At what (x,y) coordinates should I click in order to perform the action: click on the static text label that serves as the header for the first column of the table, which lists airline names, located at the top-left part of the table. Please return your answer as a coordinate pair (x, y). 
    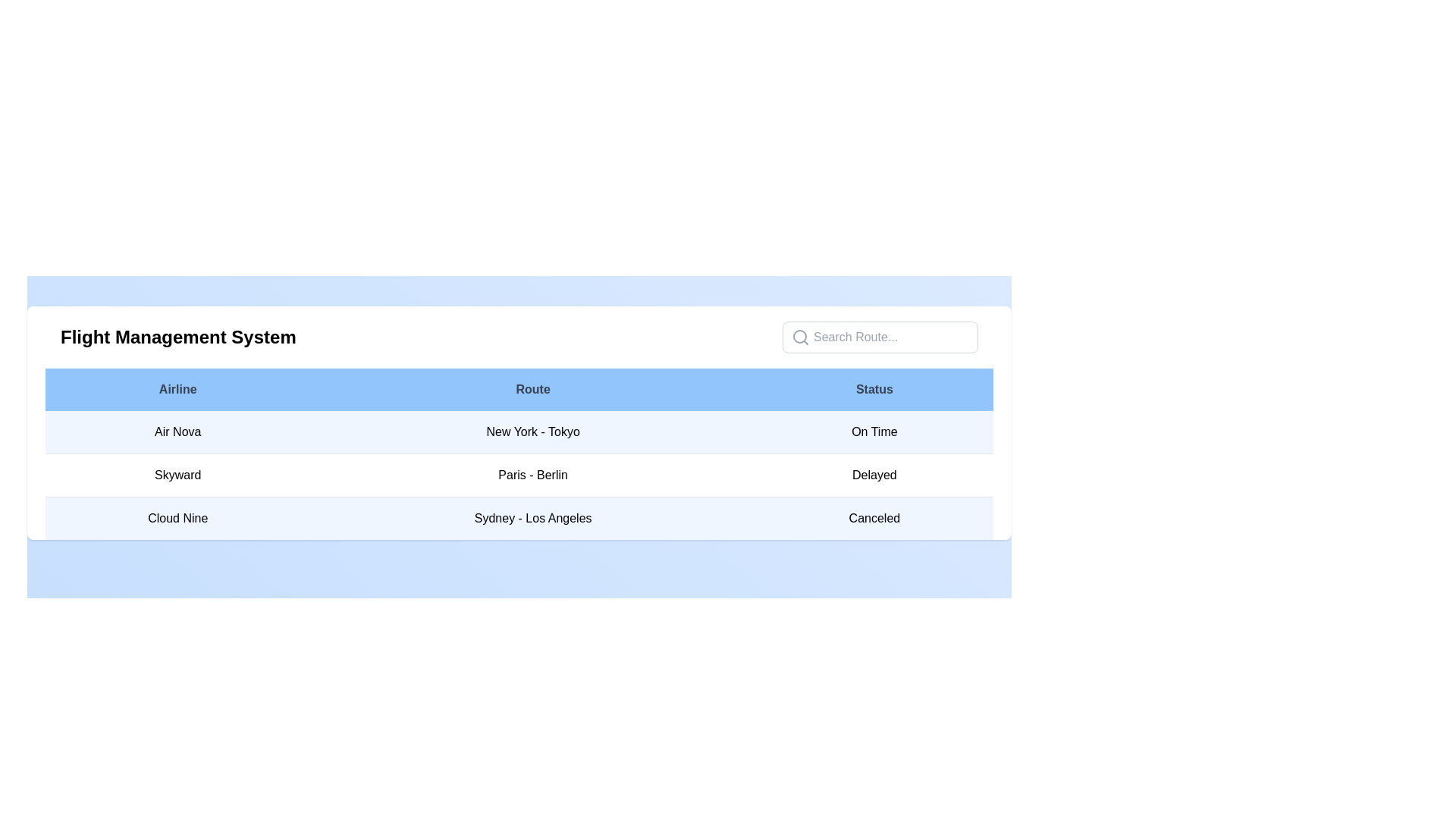
    Looking at the image, I should click on (177, 388).